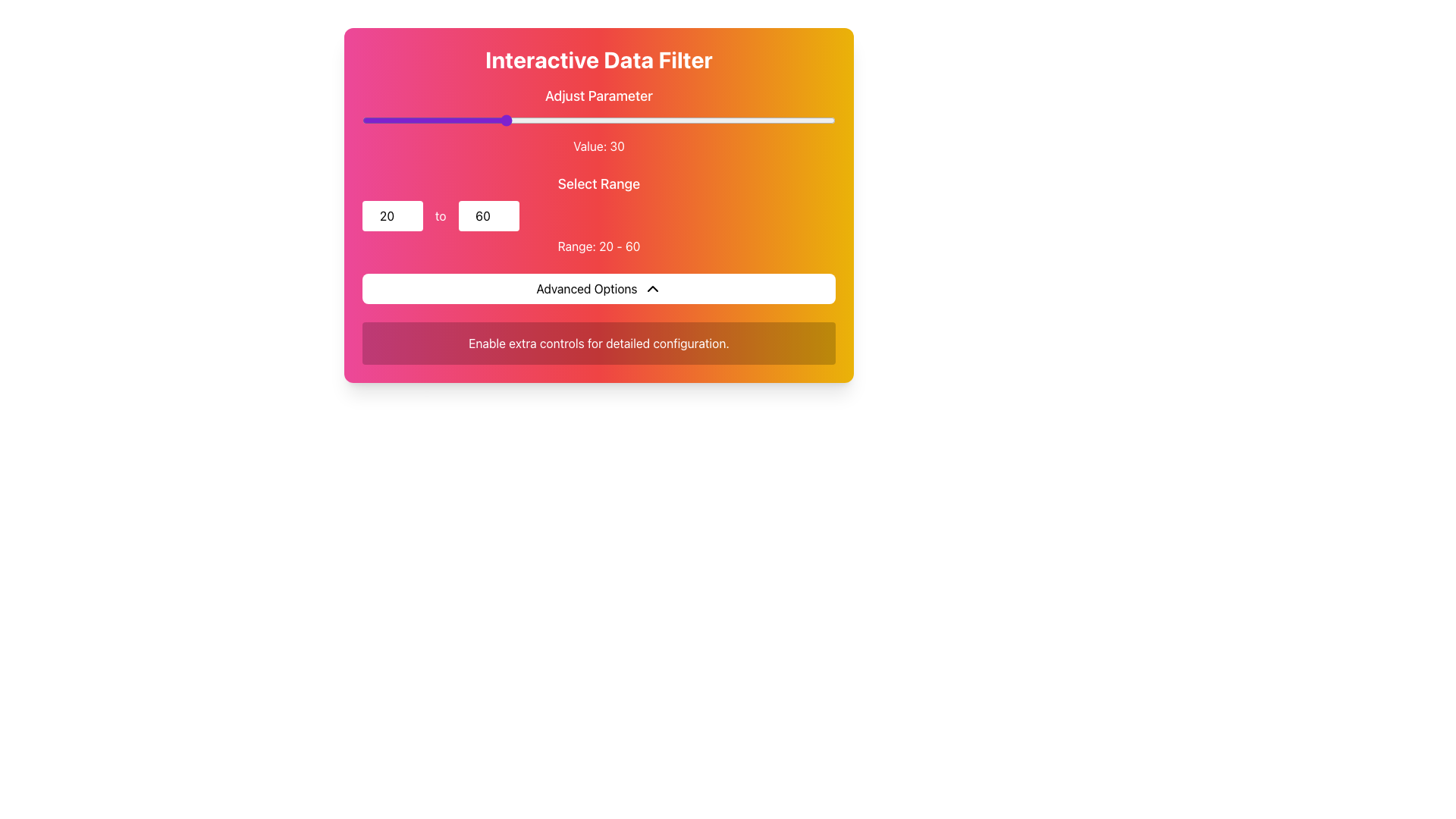 This screenshot has width=1456, height=819. What do you see at coordinates (652, 289) in the screenshot?
I see `the Chevron icon located on the right side of the 'Advanced Options' button` at bounding box center [652, 289].